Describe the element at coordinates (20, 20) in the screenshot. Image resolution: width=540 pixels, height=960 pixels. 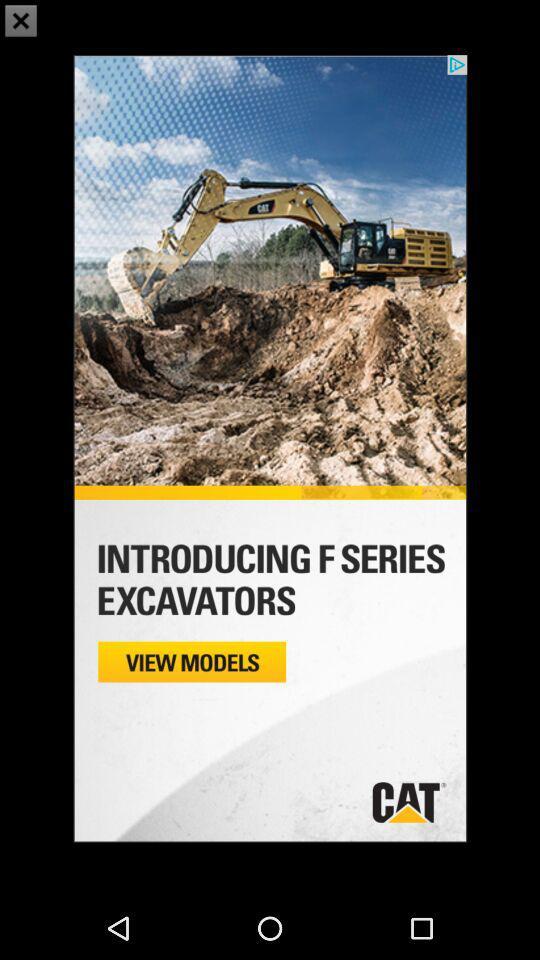
I see `the close icon` at that location.